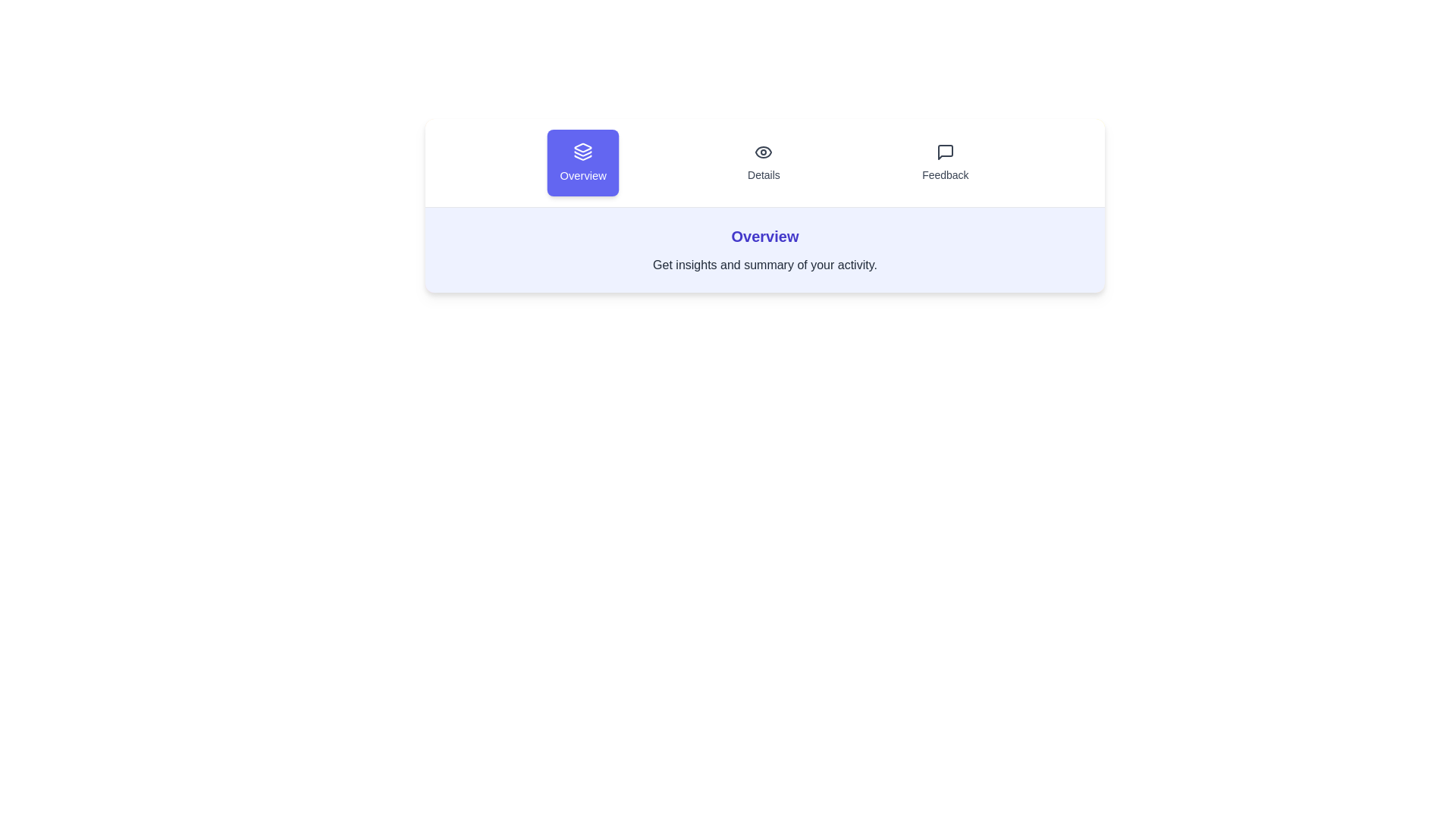 The width and height of the screenshot is (1456, 819). I want to click on the active tab to confirm its content, so click(582, 163).